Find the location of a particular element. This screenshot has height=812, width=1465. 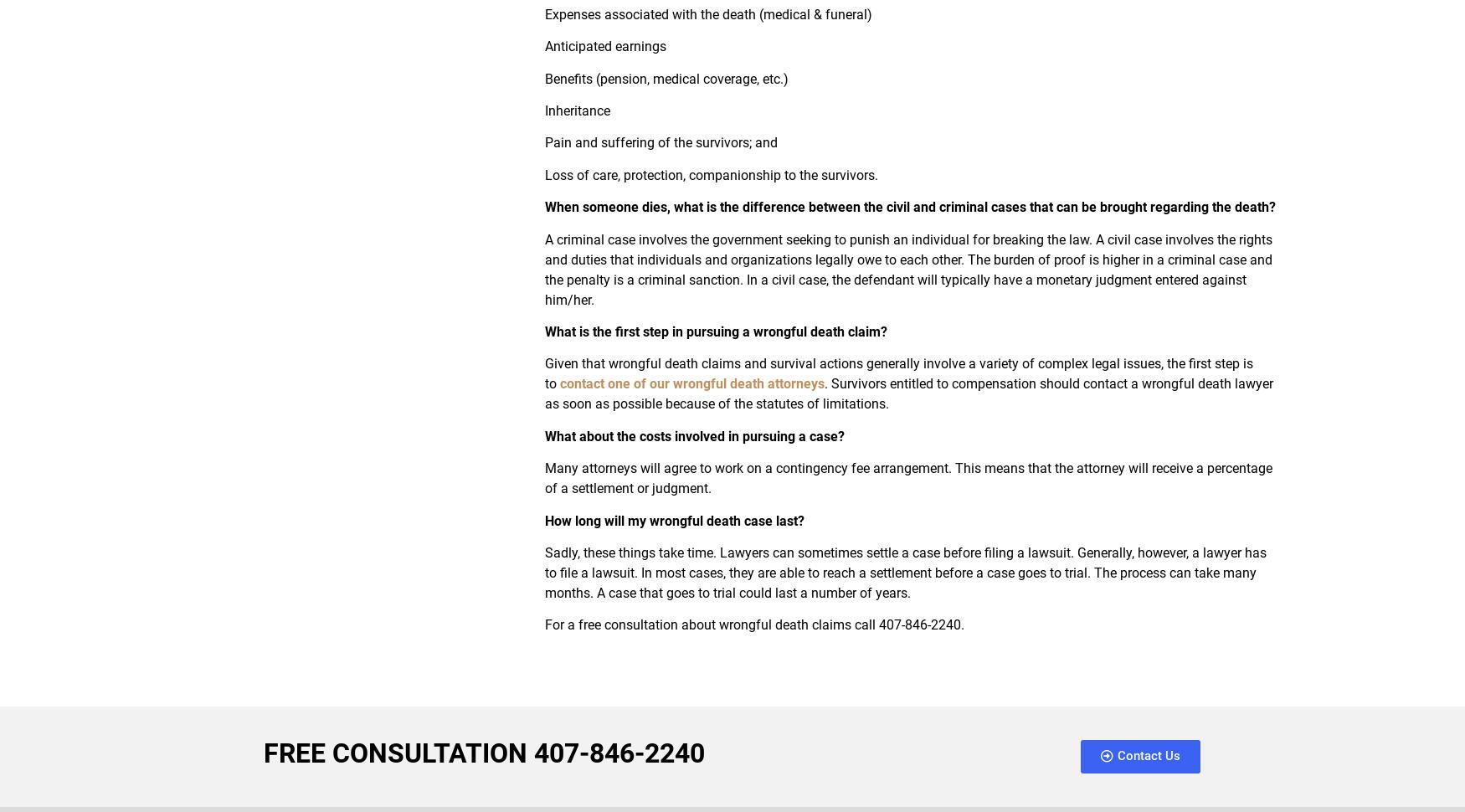

'cont' is located at coordinates (571, 383).